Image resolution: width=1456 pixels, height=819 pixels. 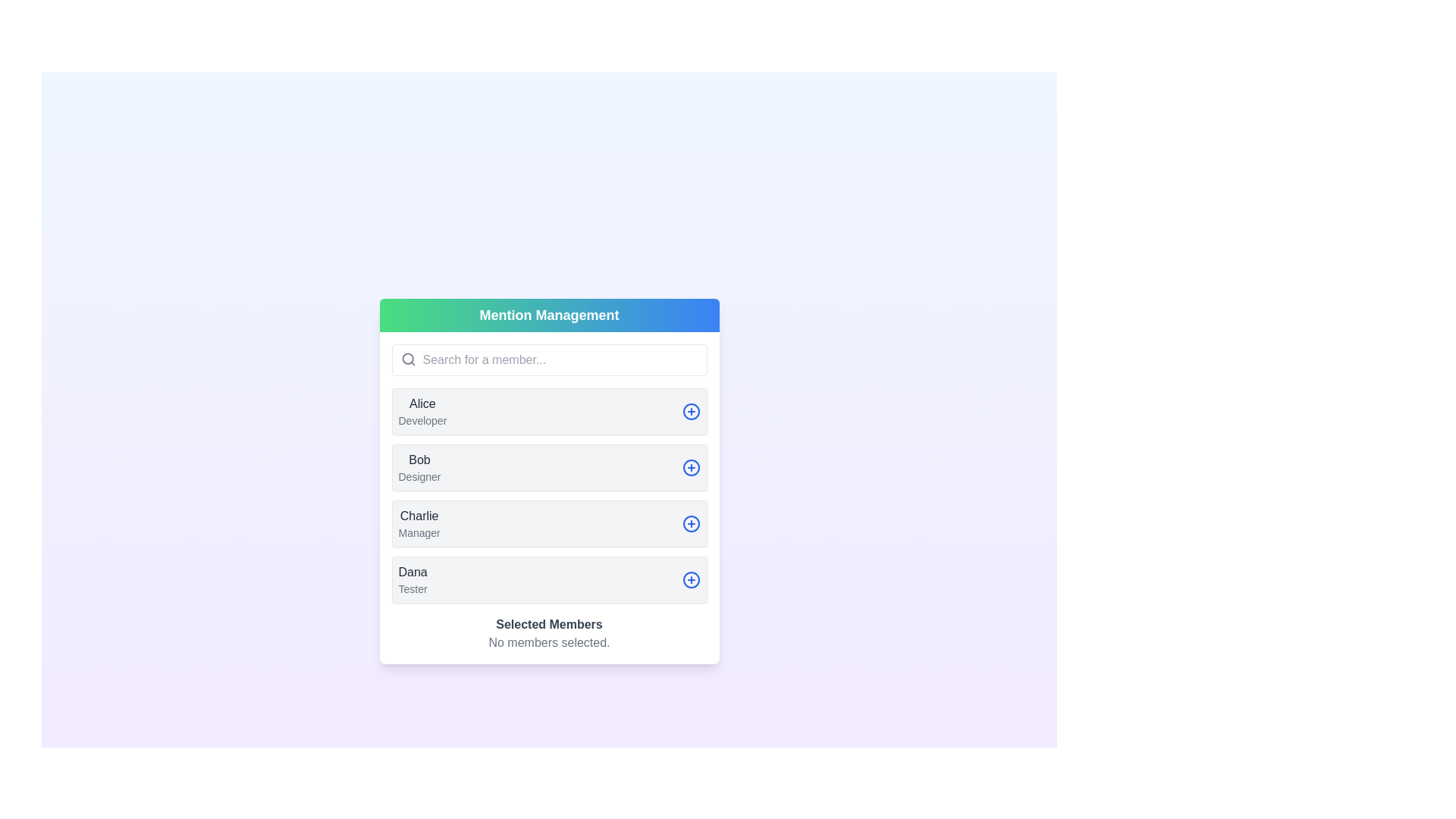 What do you see at coordinates (548, 643) in the screenshot?
I see `the static text label displaying 'No members selected.' which is located in the 'Selected Members' section, centered horizontally at the bottom of the panel` at bounding box center [548, 643].